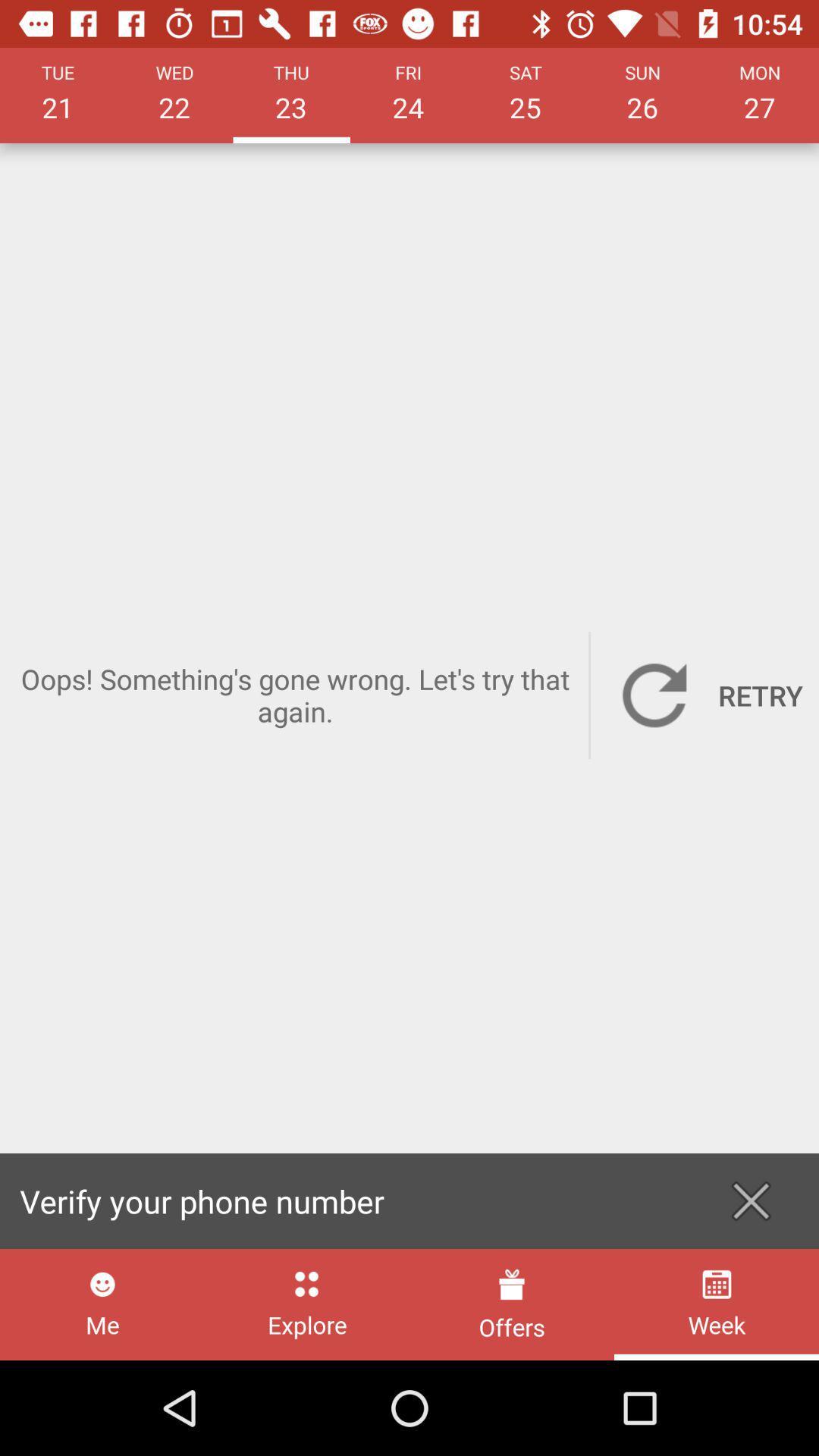  Describe the element at coordinates (307, 1304) in the screenshot. I see `icon next to offers icon` at that location.